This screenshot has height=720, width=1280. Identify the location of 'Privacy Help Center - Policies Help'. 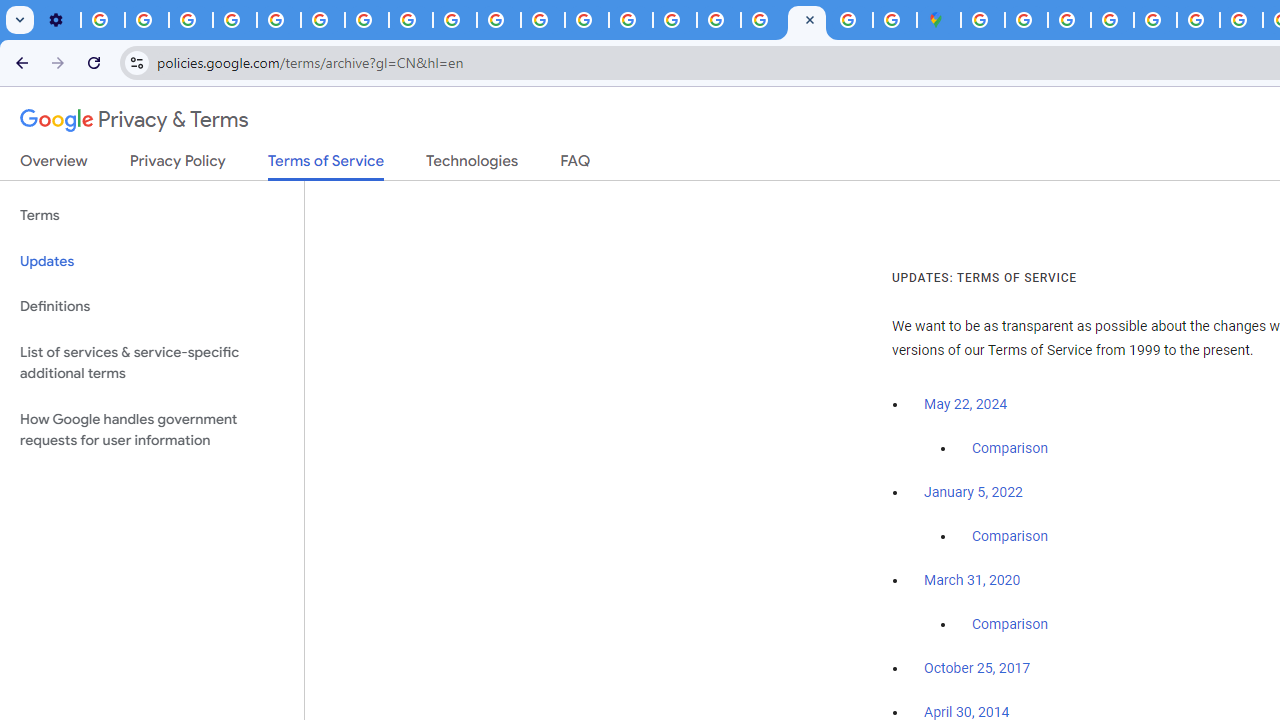
(585, 20).